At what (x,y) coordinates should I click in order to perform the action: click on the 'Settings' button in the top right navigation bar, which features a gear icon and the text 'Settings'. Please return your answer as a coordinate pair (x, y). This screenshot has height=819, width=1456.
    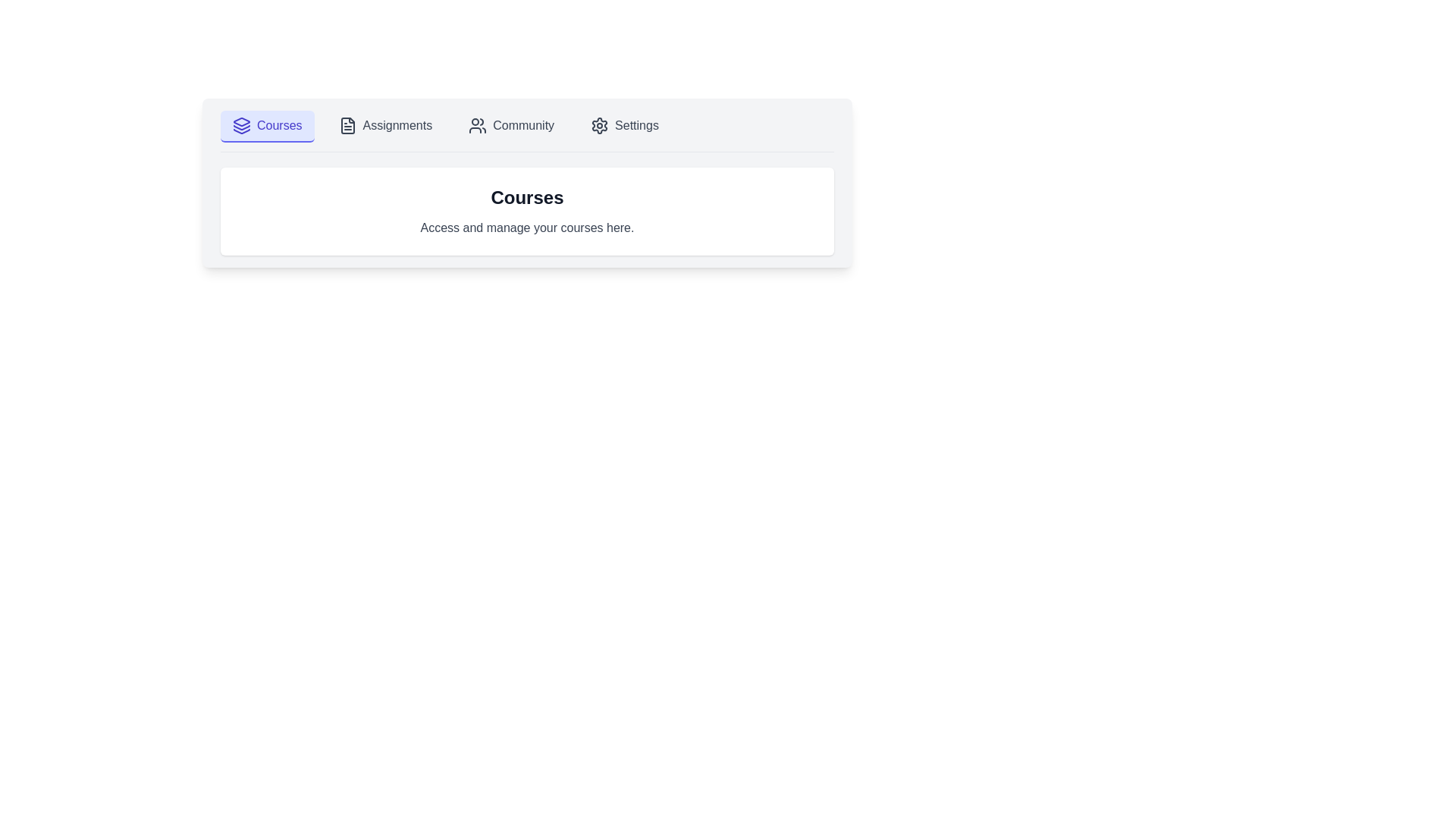
    Looking at the image, I should click on (625, 125).